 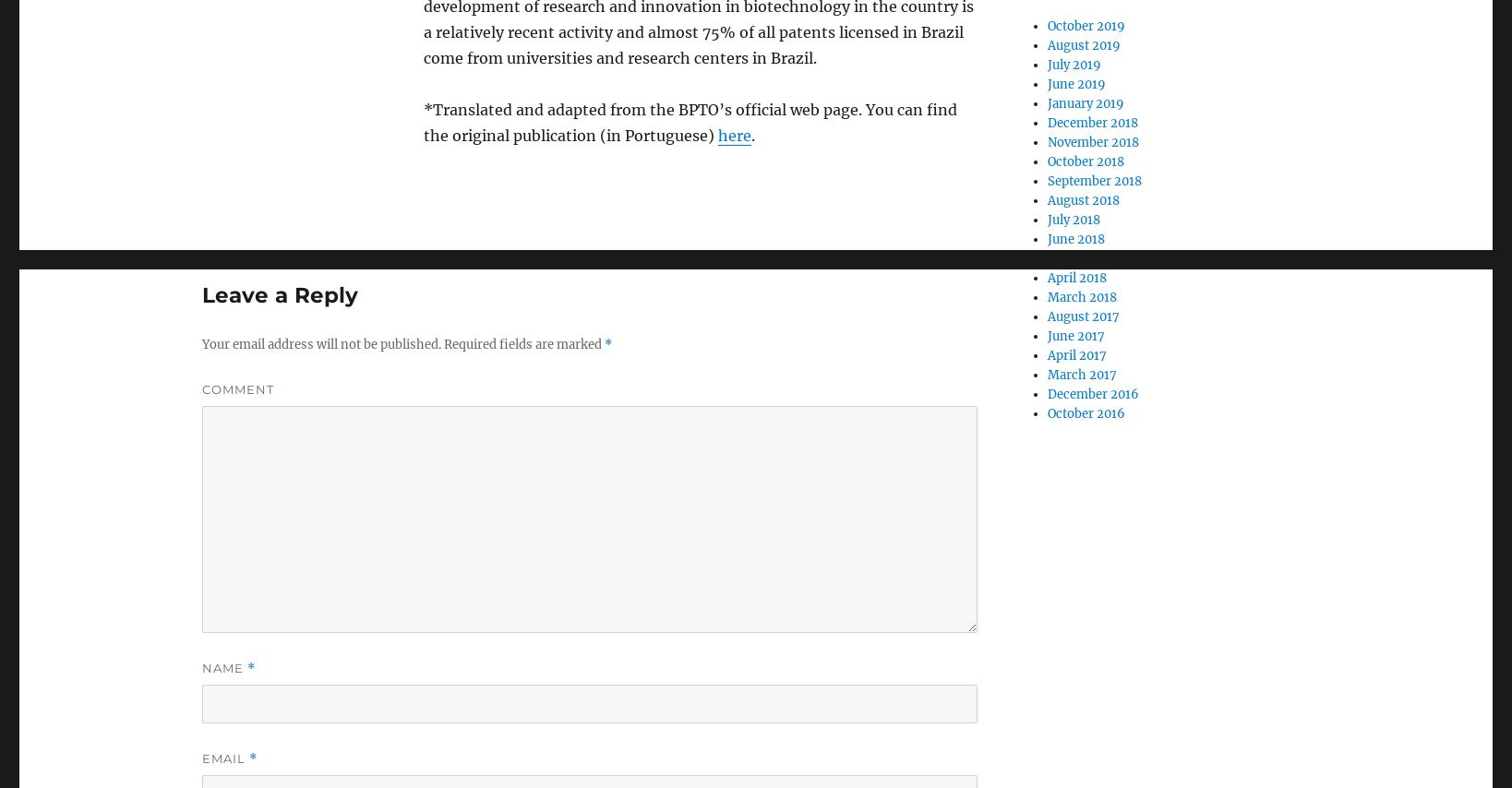 What do you see at coordinates (1085, 161) in the screenshot?
I see `'October 2018'` at bounding box center [1085, 161].